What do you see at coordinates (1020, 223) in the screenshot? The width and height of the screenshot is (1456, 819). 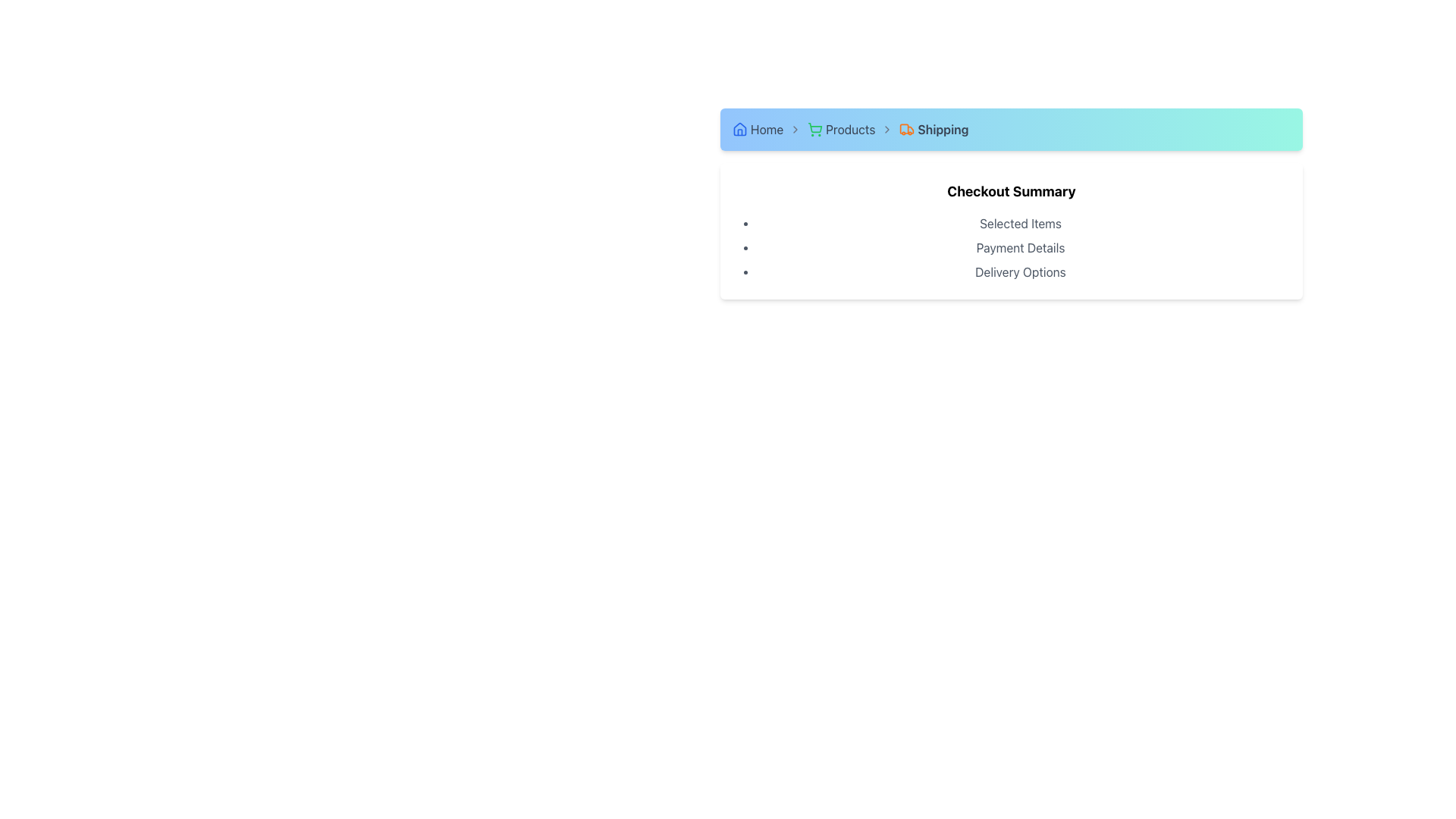 I see `the Text Label indicating a section or item category in the Checkout Summary, which is the first item in the list above 'Payment Details' and 'Delivery Options'` at bounding box center [1020, 223].